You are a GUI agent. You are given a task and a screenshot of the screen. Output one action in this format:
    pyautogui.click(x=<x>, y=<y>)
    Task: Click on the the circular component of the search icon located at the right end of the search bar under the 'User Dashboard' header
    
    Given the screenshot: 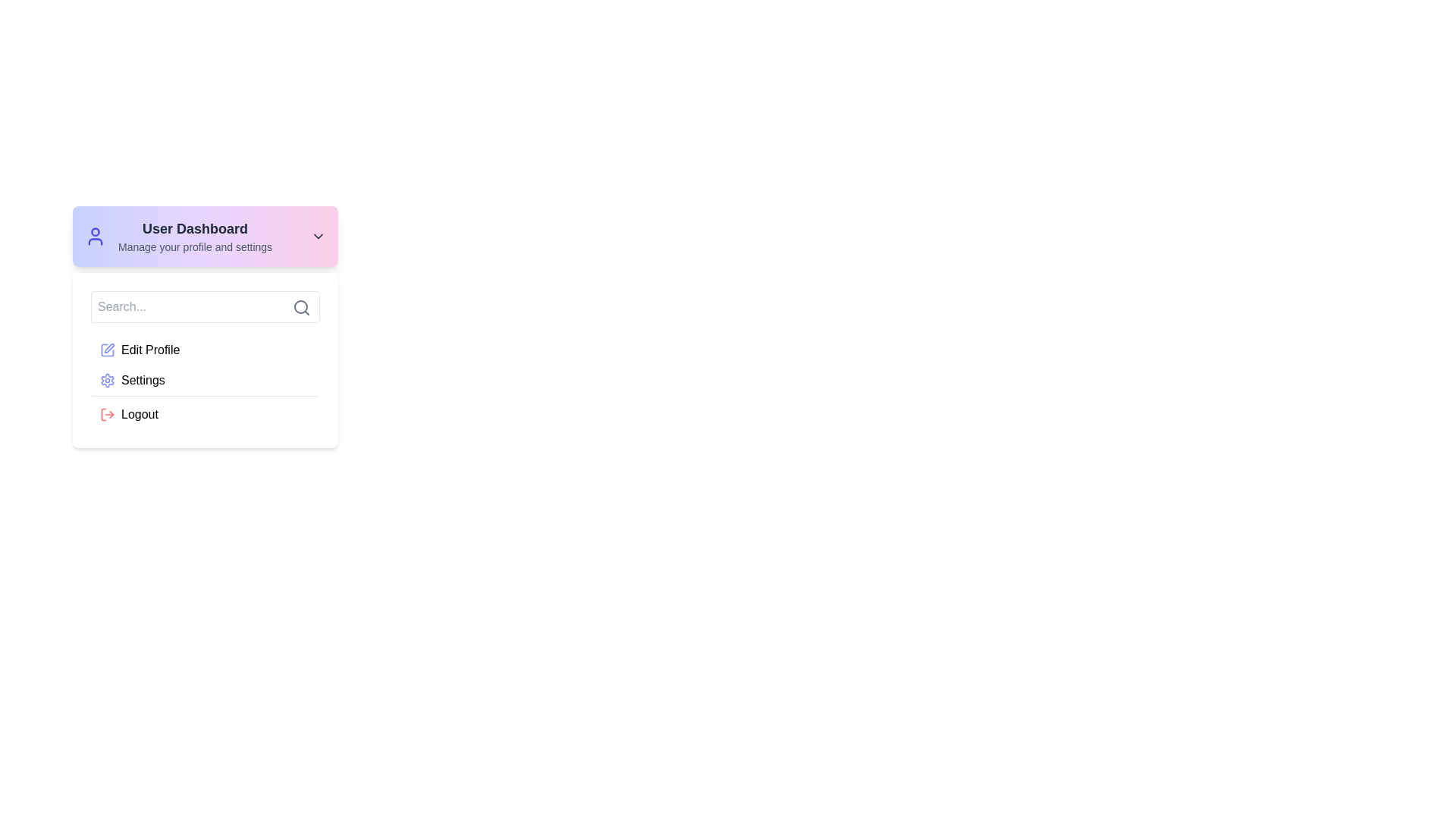 What is the action you would take?
    pyautogui.click(x=301, y=307)
    